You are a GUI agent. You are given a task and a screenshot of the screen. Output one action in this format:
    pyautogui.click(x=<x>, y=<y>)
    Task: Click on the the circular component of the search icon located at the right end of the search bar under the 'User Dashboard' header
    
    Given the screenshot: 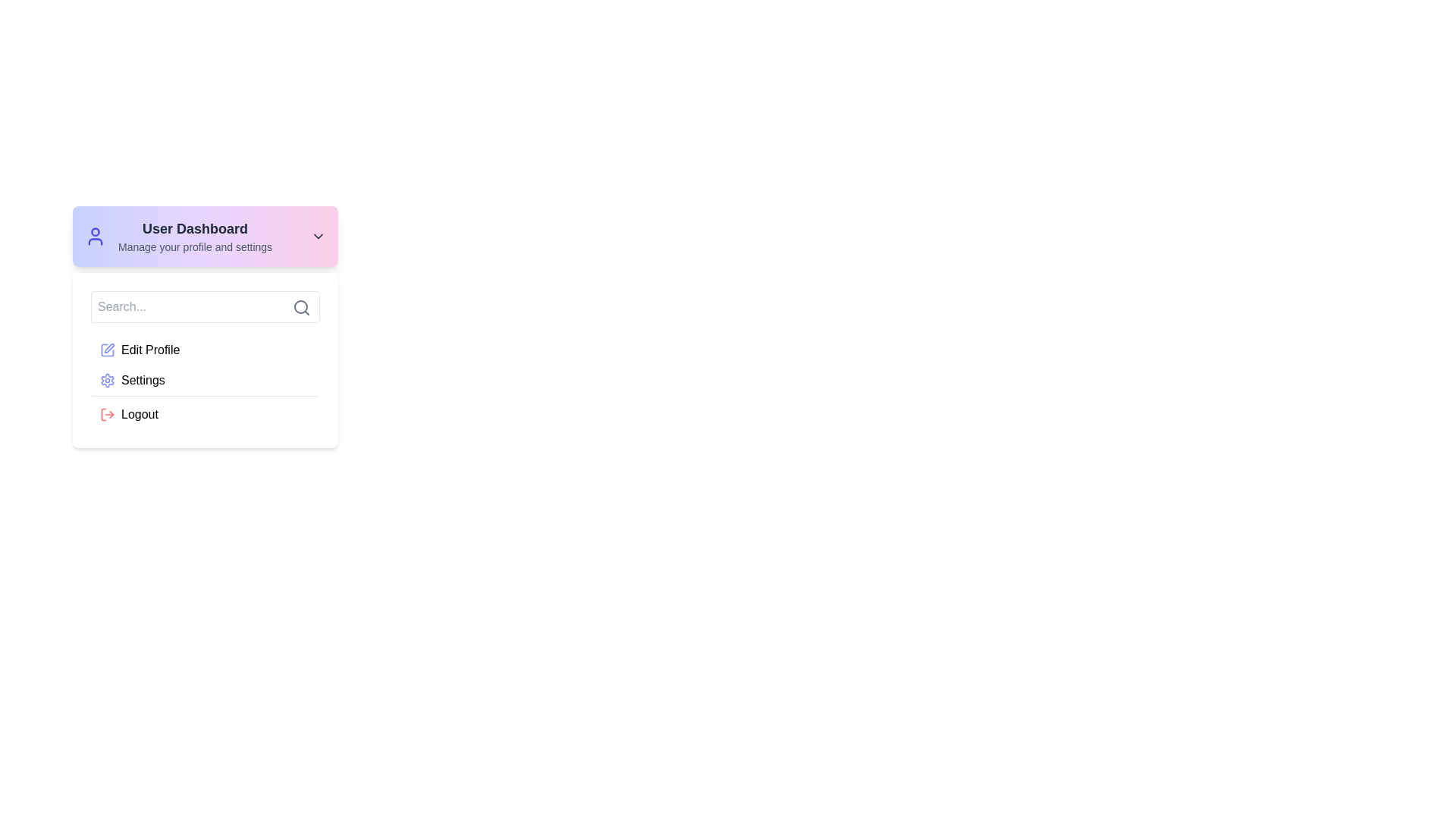 What is the action you would take?
    pyautogui.click(x=301, y=307)
    